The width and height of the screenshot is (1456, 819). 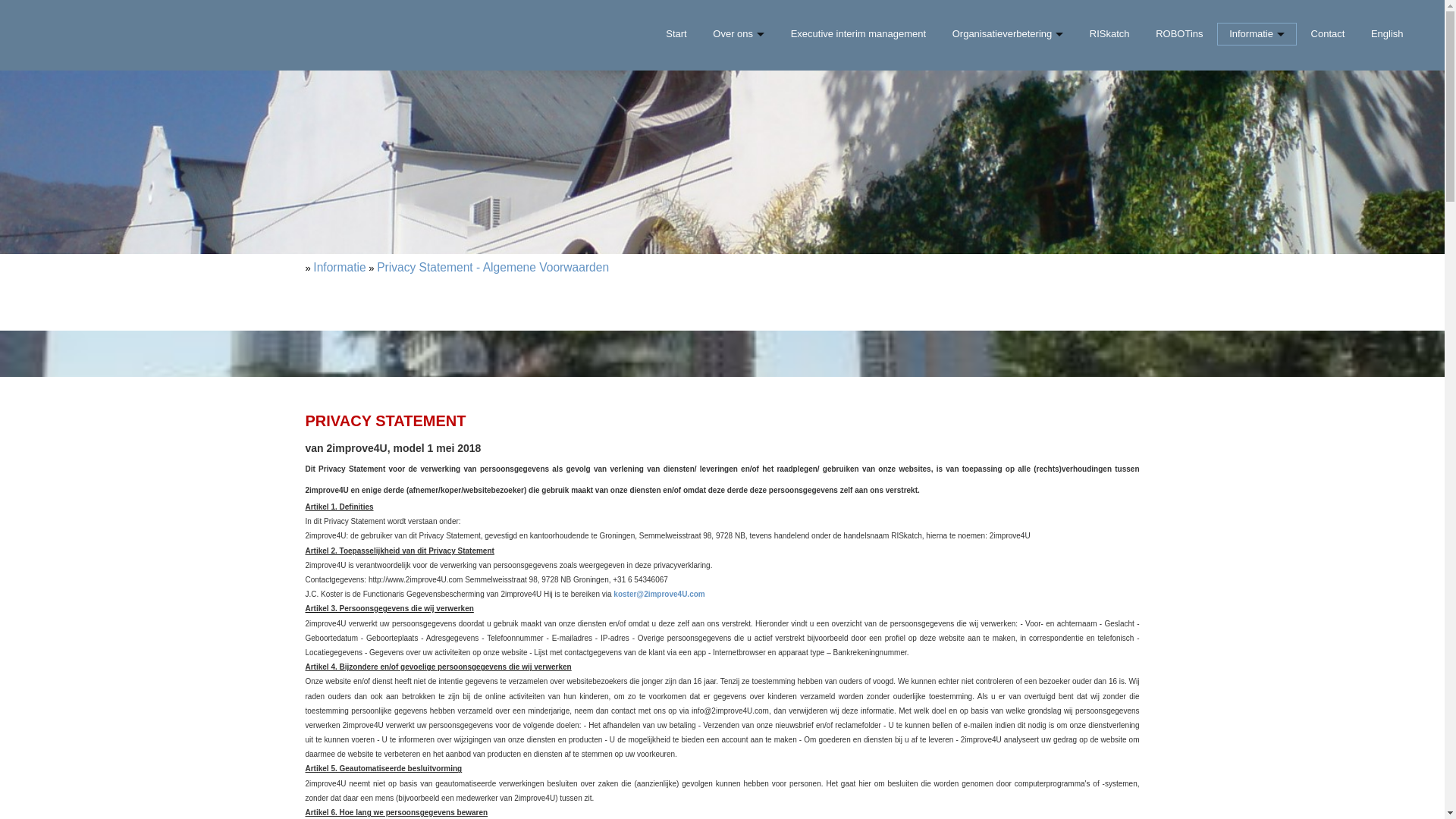 What do you see at coordinates (739, 34) in the screenshot?
I see `'Over ons'` at bounding box center [739, 34].